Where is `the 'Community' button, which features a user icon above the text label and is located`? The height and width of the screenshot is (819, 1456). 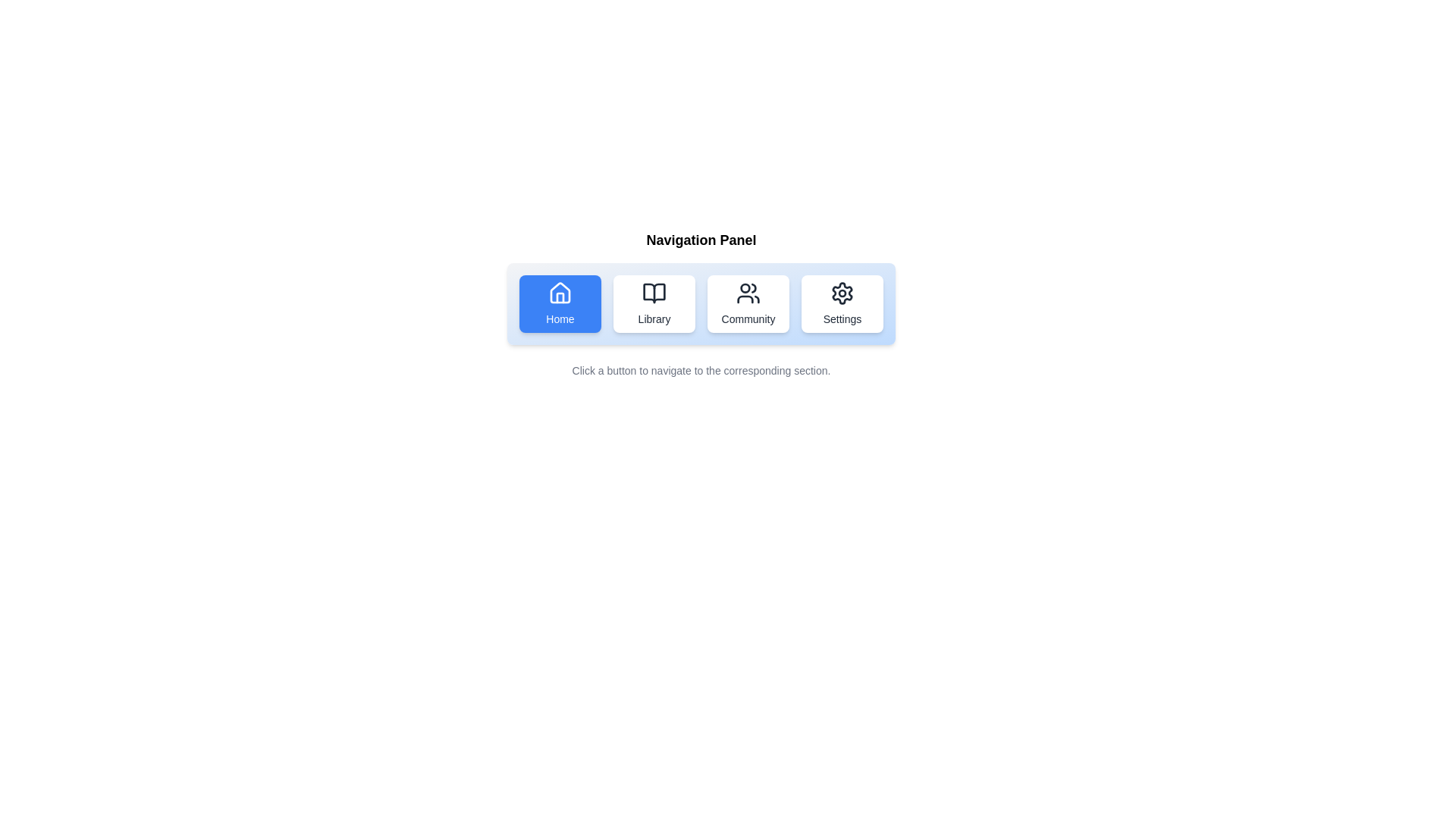 the 'Community' button, which features a user icon above the text label and is located is located at coordinates (748, 304).